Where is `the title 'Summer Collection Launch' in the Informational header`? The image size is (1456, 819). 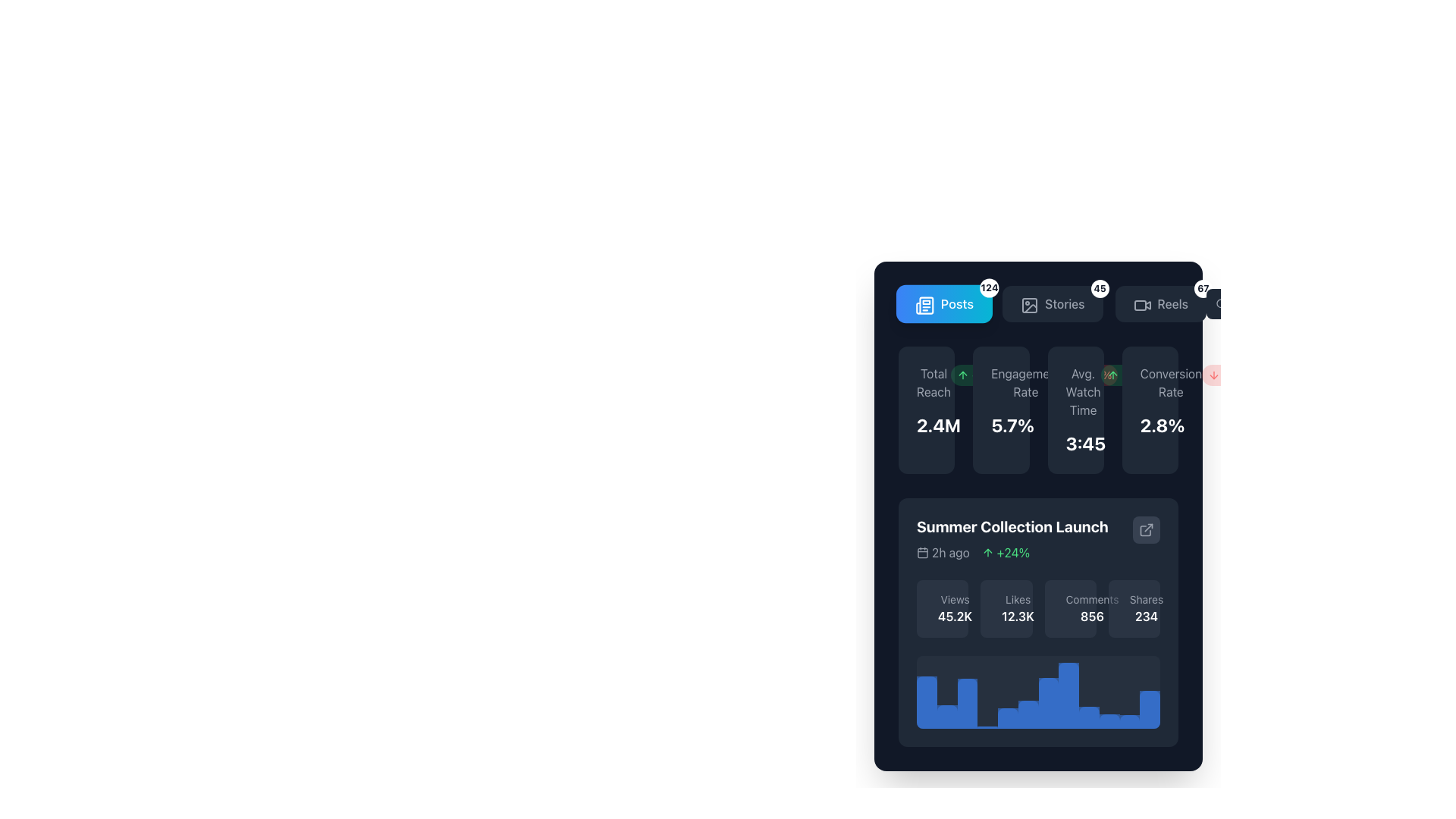 the title 'Summer Collection Launch' in the Informational header is located at coordinates (1037, 538).